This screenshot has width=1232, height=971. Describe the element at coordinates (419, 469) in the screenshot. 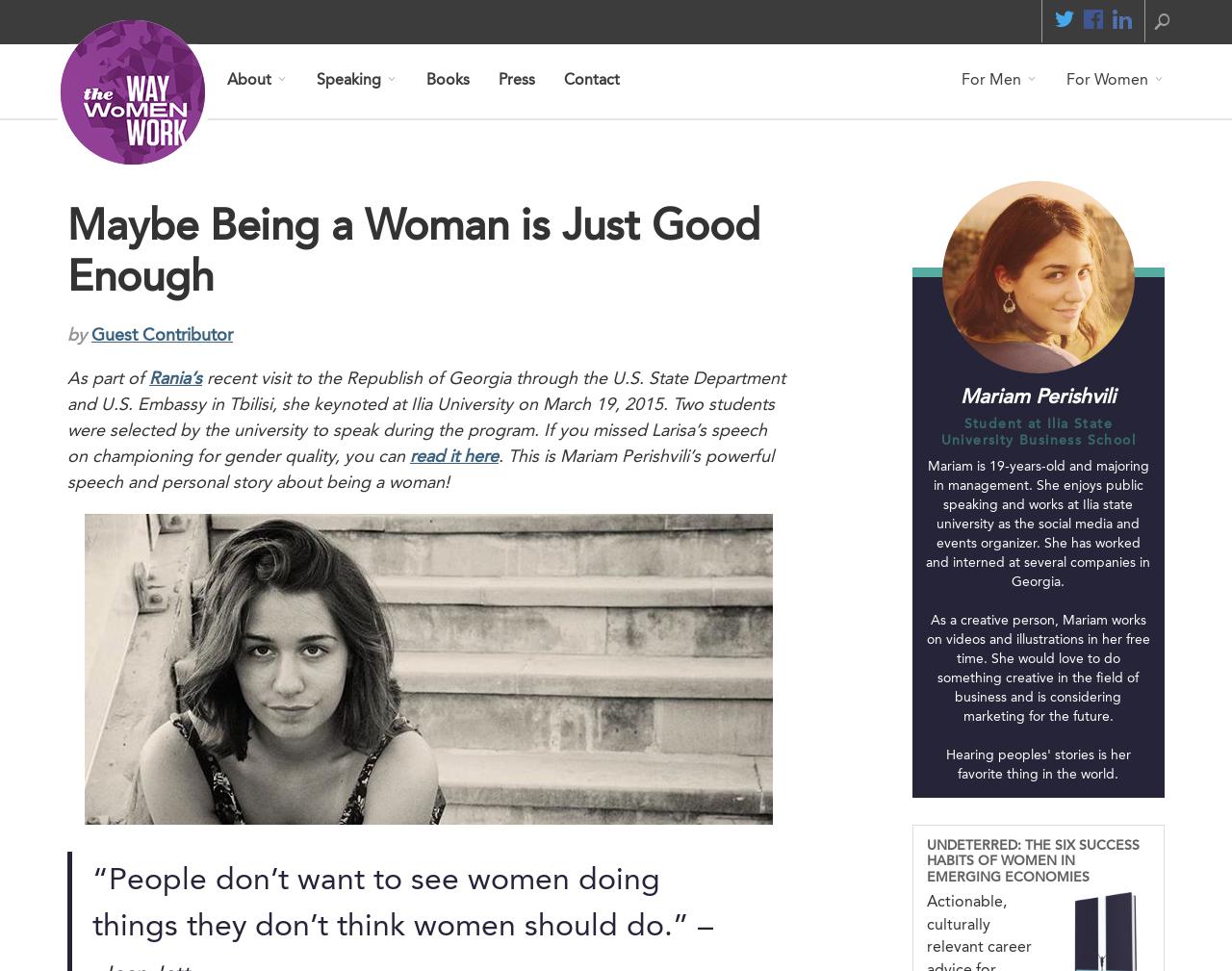

I see `'. This is Mariam Perishvili’s powerful speech and personal story about being a woman!'` at that location.